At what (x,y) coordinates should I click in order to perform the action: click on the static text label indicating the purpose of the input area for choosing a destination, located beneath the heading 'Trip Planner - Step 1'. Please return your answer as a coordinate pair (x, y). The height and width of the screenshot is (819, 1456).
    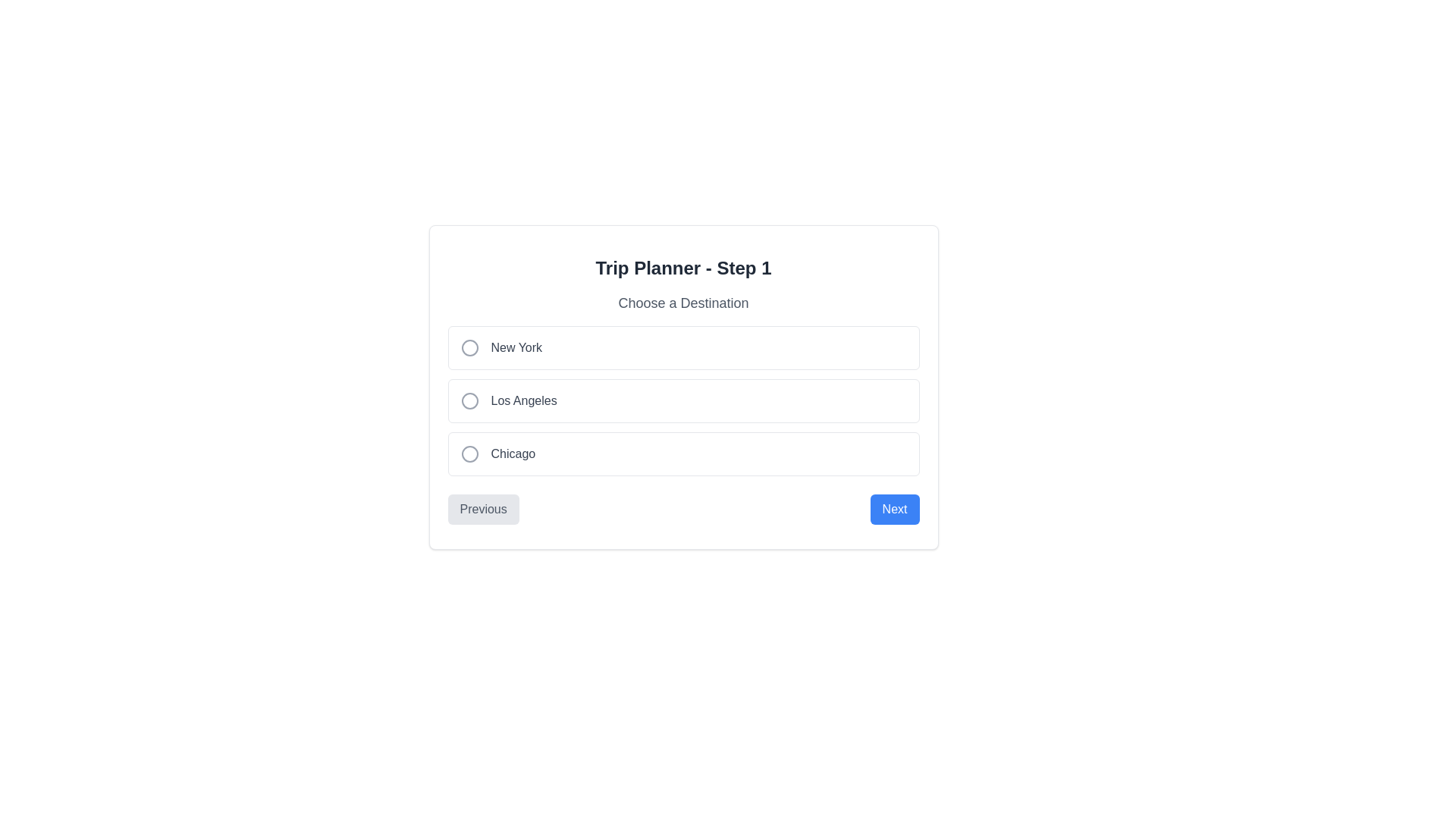
    Looking at the image, I should click on (682, 303).